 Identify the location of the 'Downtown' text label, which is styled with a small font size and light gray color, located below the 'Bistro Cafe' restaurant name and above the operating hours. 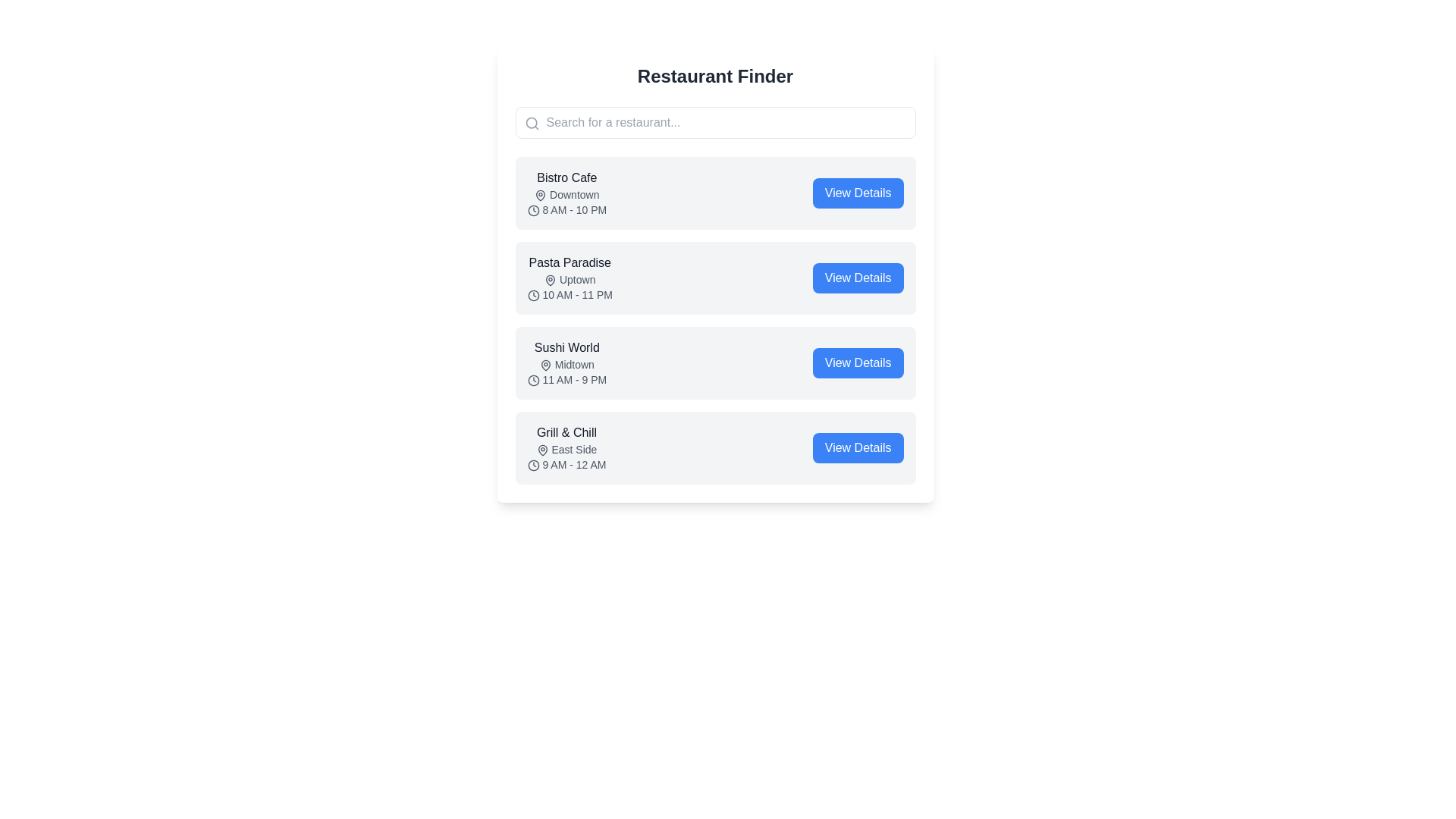
(566, 194).